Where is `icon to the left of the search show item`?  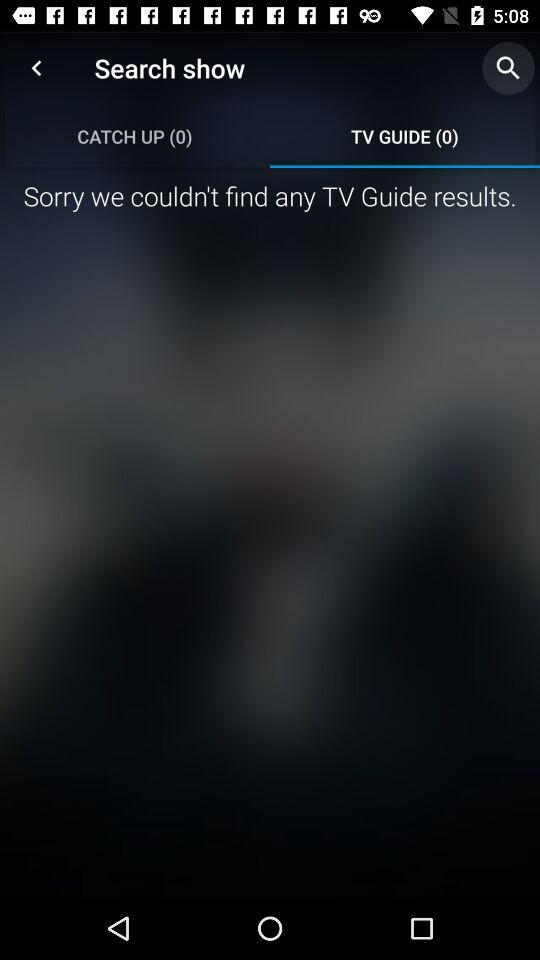
icon to the left of the search show item is located at coordinates (36, 68).